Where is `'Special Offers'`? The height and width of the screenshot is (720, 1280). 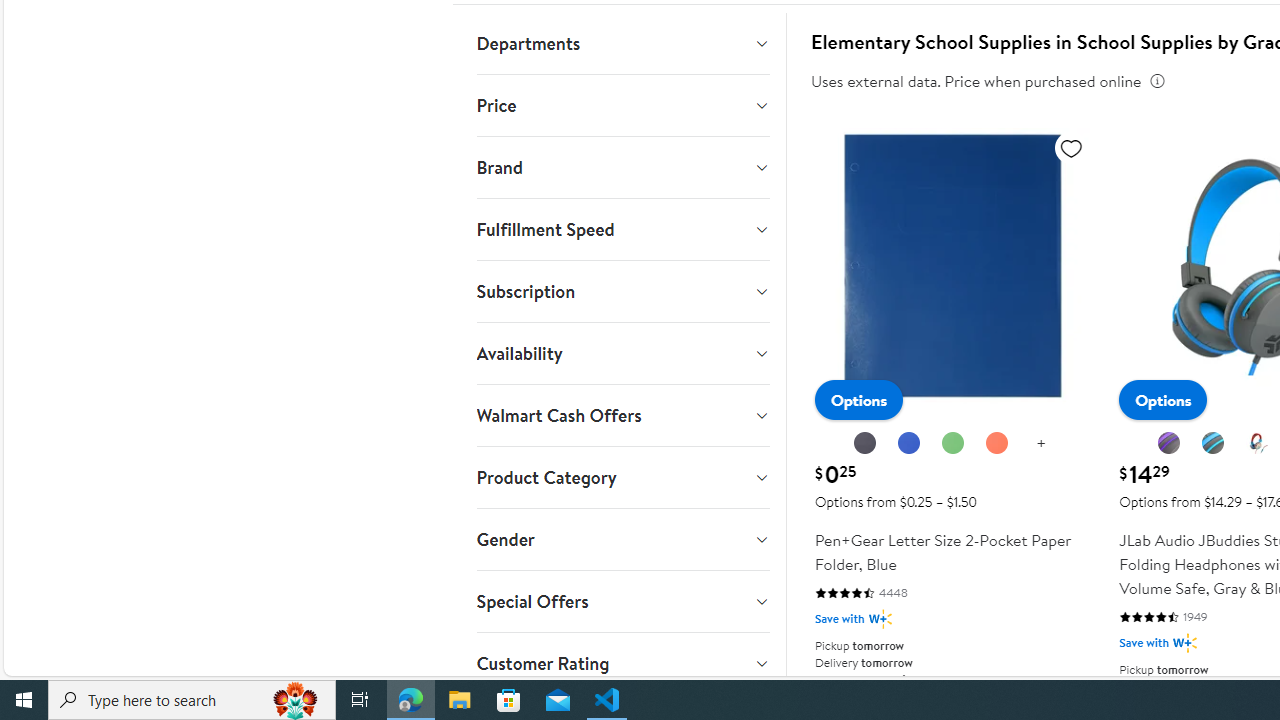 'Special Offers' is located at coordinates (621, 600).